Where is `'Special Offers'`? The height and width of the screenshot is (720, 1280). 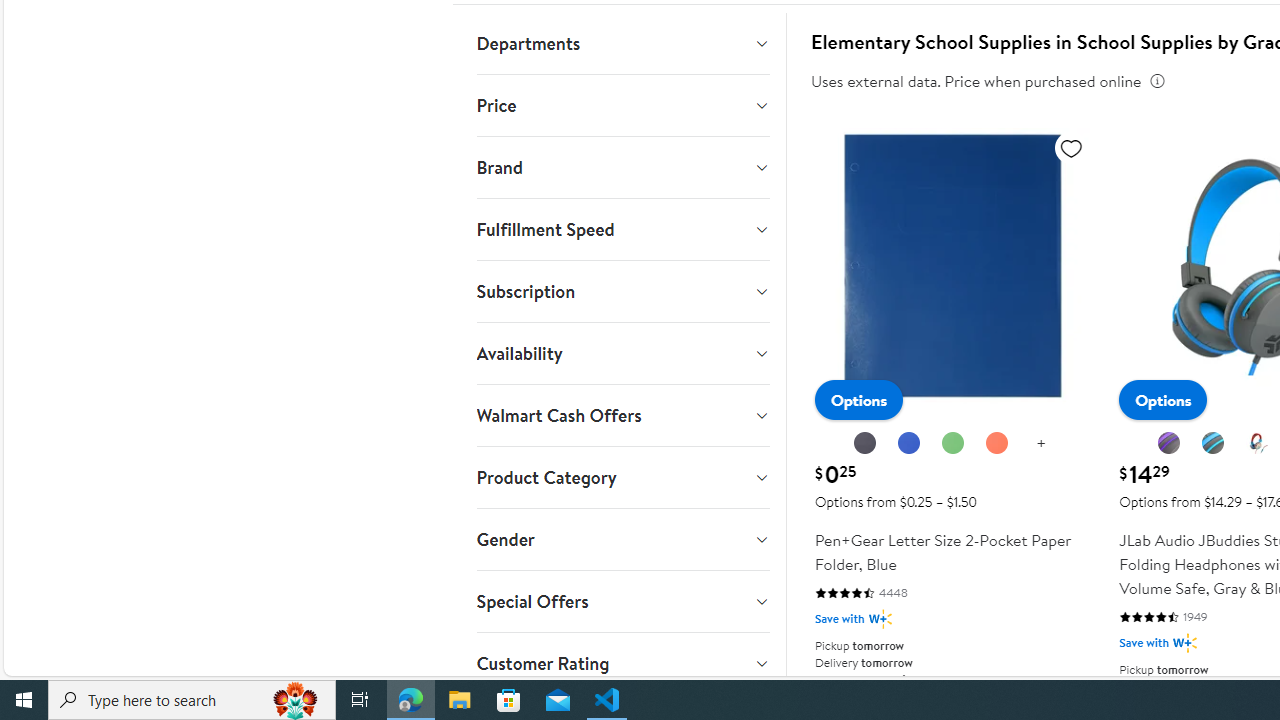 'Special Offers' is located at coordinates (621, 600).